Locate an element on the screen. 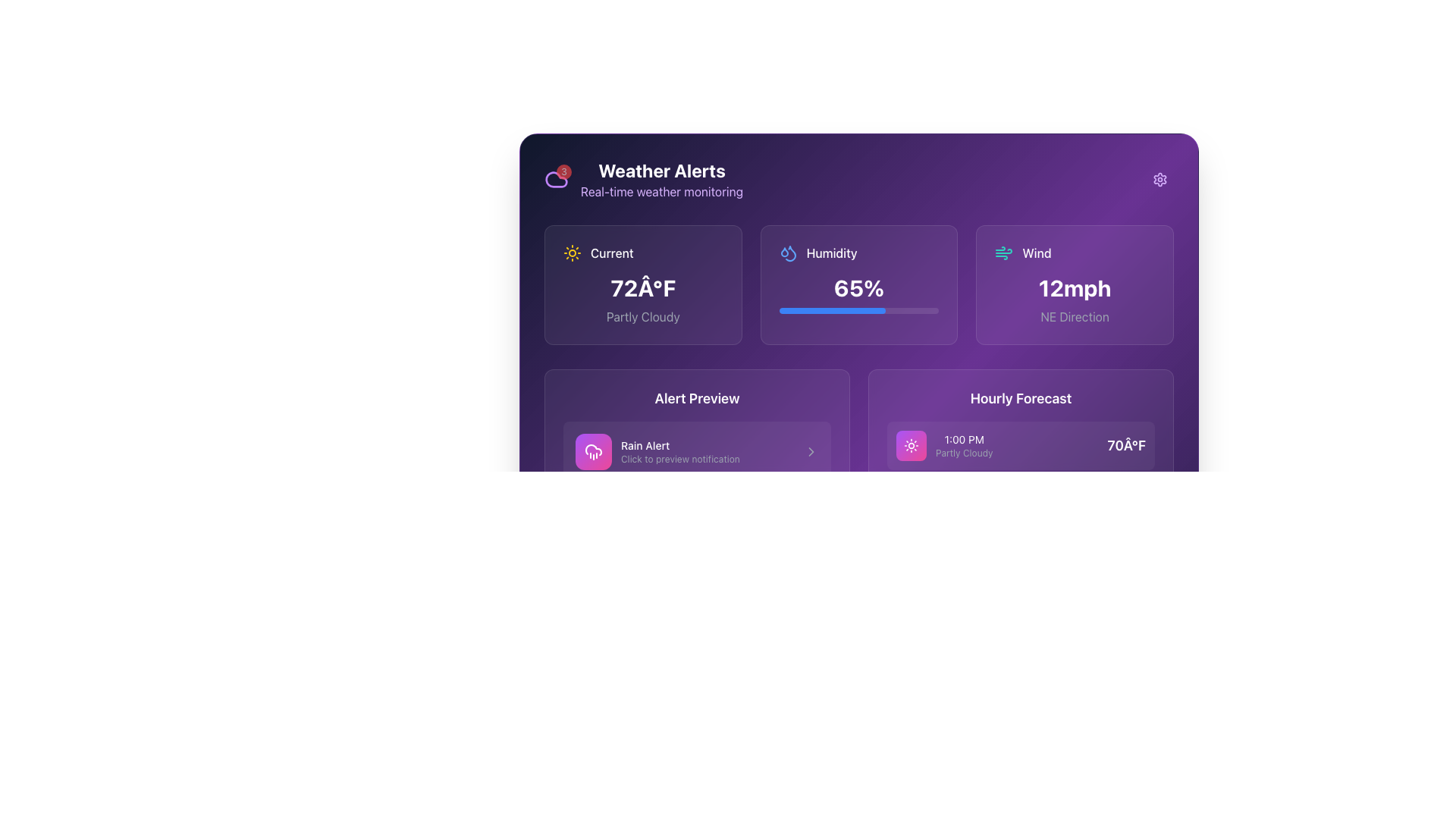  the Text label that provides a descriptive hint for the 'Rain Alert' notification, located within the 'Alert Preview' card, below and aligned to the left of the 'Rain Alert' label is located at coordinates (707, 458).